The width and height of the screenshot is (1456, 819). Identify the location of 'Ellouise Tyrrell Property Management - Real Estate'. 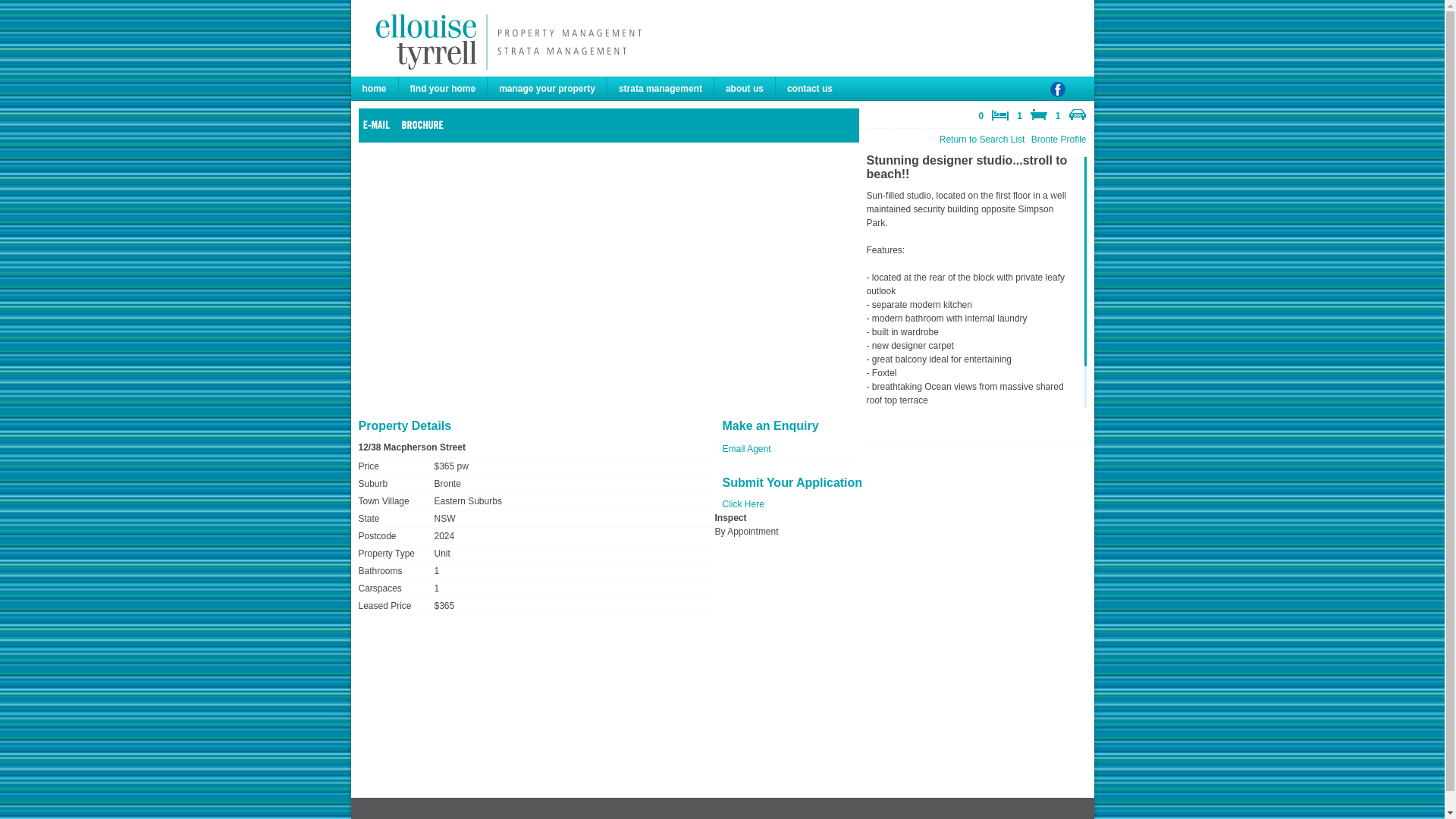
(504, 40).